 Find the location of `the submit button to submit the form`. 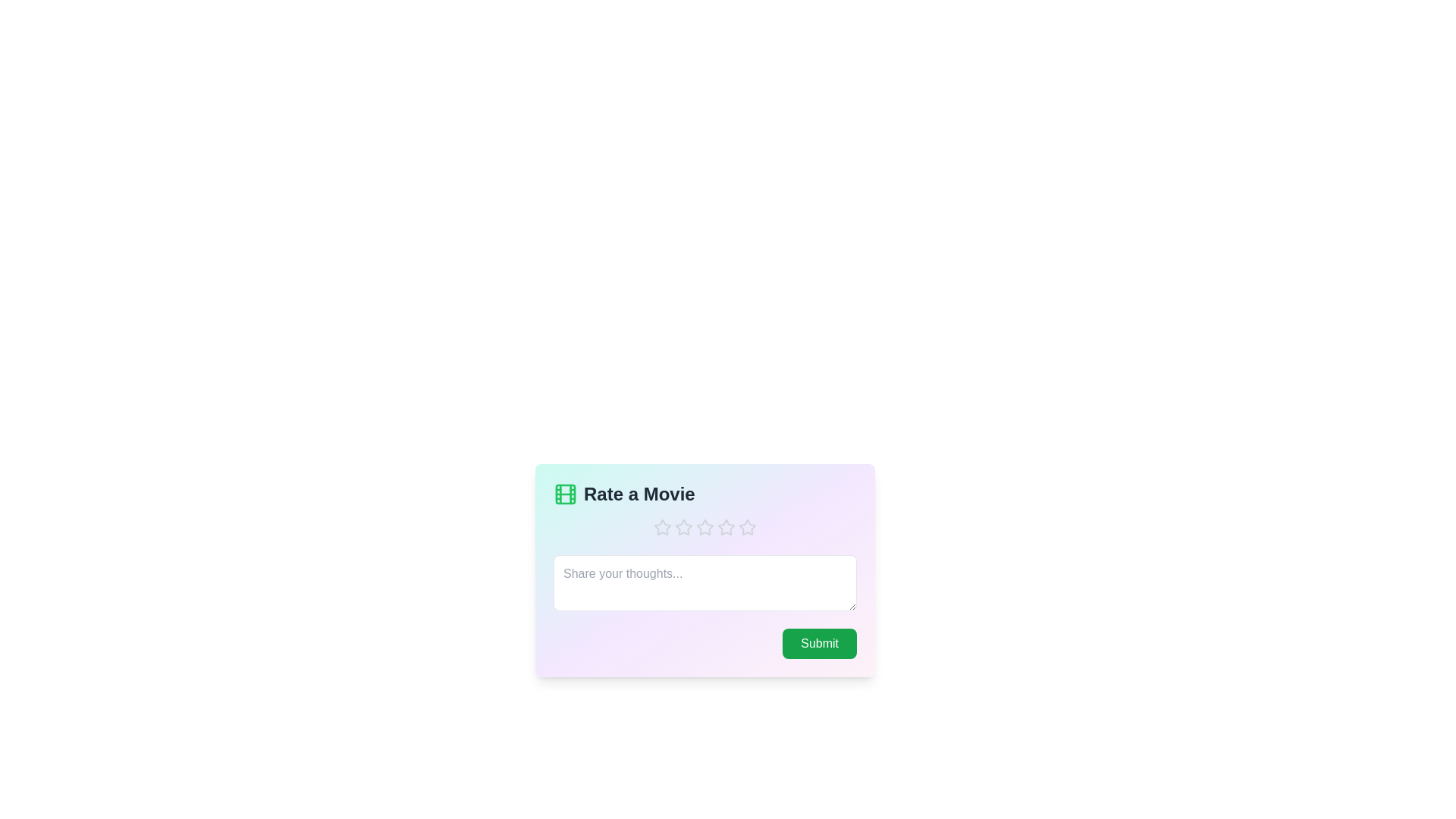

the submit button to submit the form is located at coordinates (818, 643).